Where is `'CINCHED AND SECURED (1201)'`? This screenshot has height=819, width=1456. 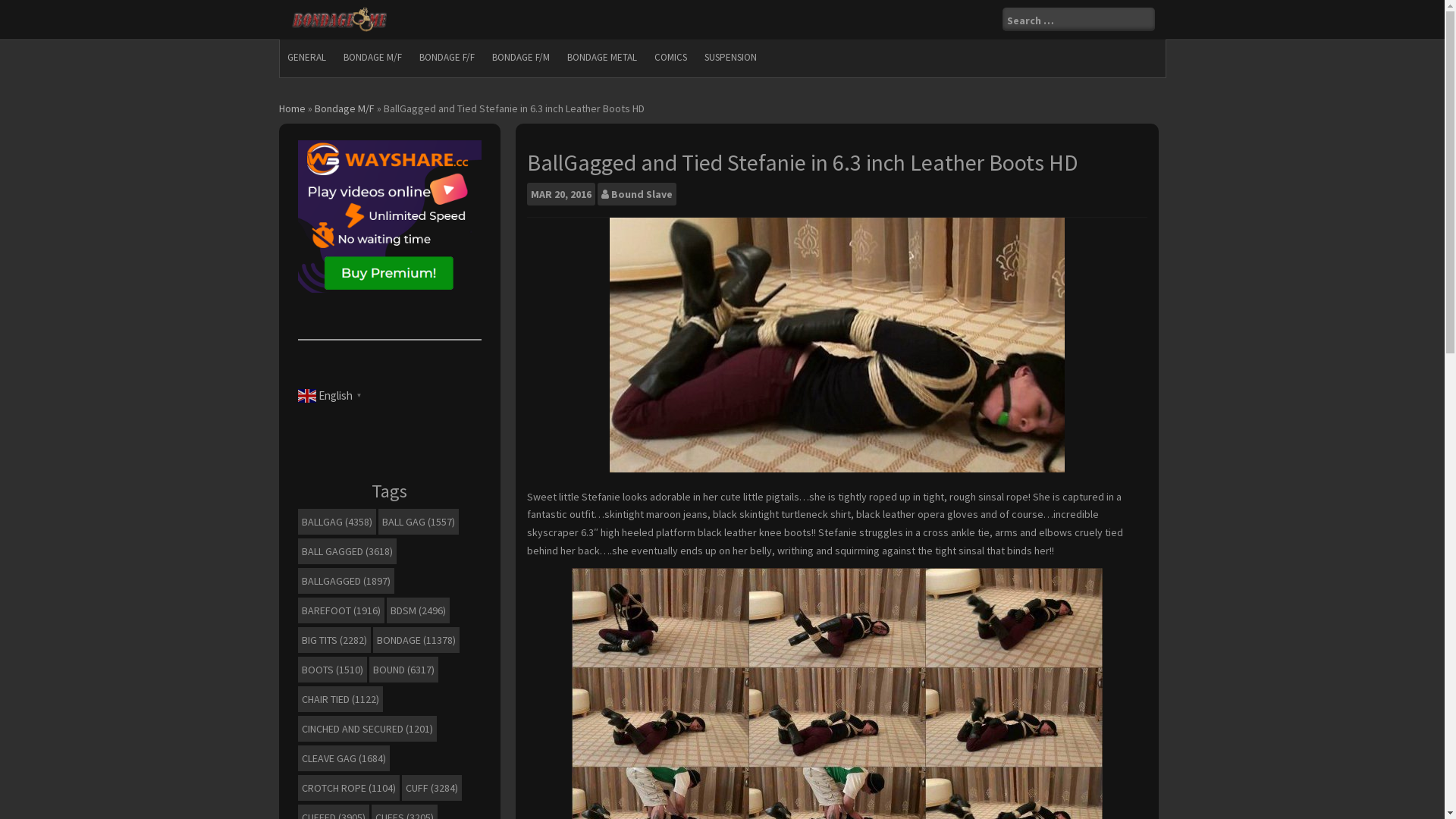 'CINCHED AND SECURED (1201)' is located at coordinates (297, 727).